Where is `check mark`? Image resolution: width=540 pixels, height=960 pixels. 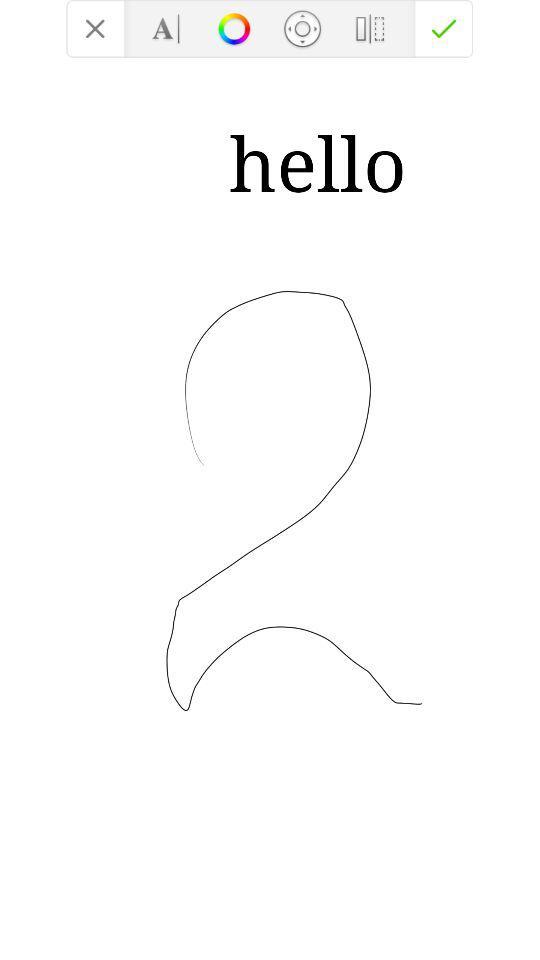
check mark is located at coordinates (444, 27).